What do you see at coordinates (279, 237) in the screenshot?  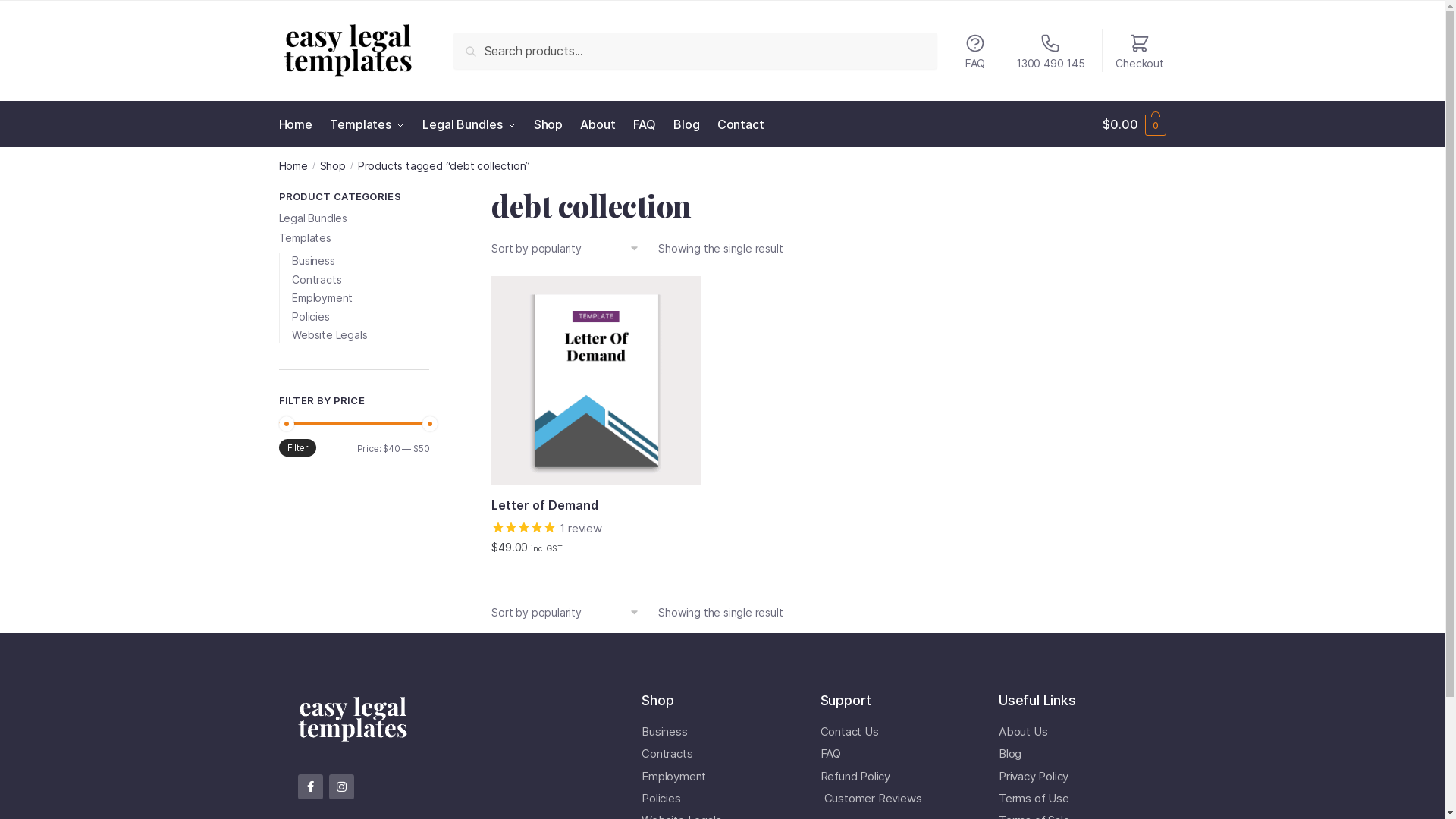 I see `'Templates'` at bounding box center [279, 237].